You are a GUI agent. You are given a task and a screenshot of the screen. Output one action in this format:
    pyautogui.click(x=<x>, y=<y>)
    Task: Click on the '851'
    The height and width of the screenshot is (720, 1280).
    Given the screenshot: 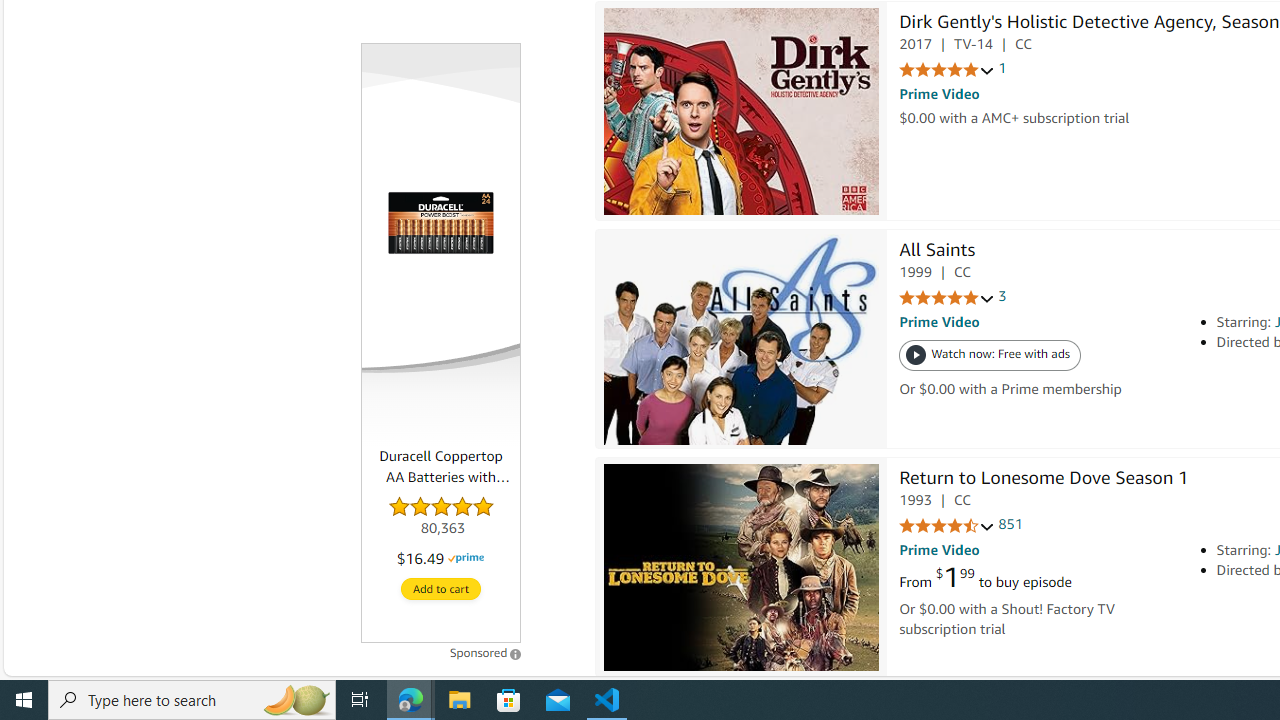 What is the action you would take?
    pyautogui.click(x=1010, y=523)
    